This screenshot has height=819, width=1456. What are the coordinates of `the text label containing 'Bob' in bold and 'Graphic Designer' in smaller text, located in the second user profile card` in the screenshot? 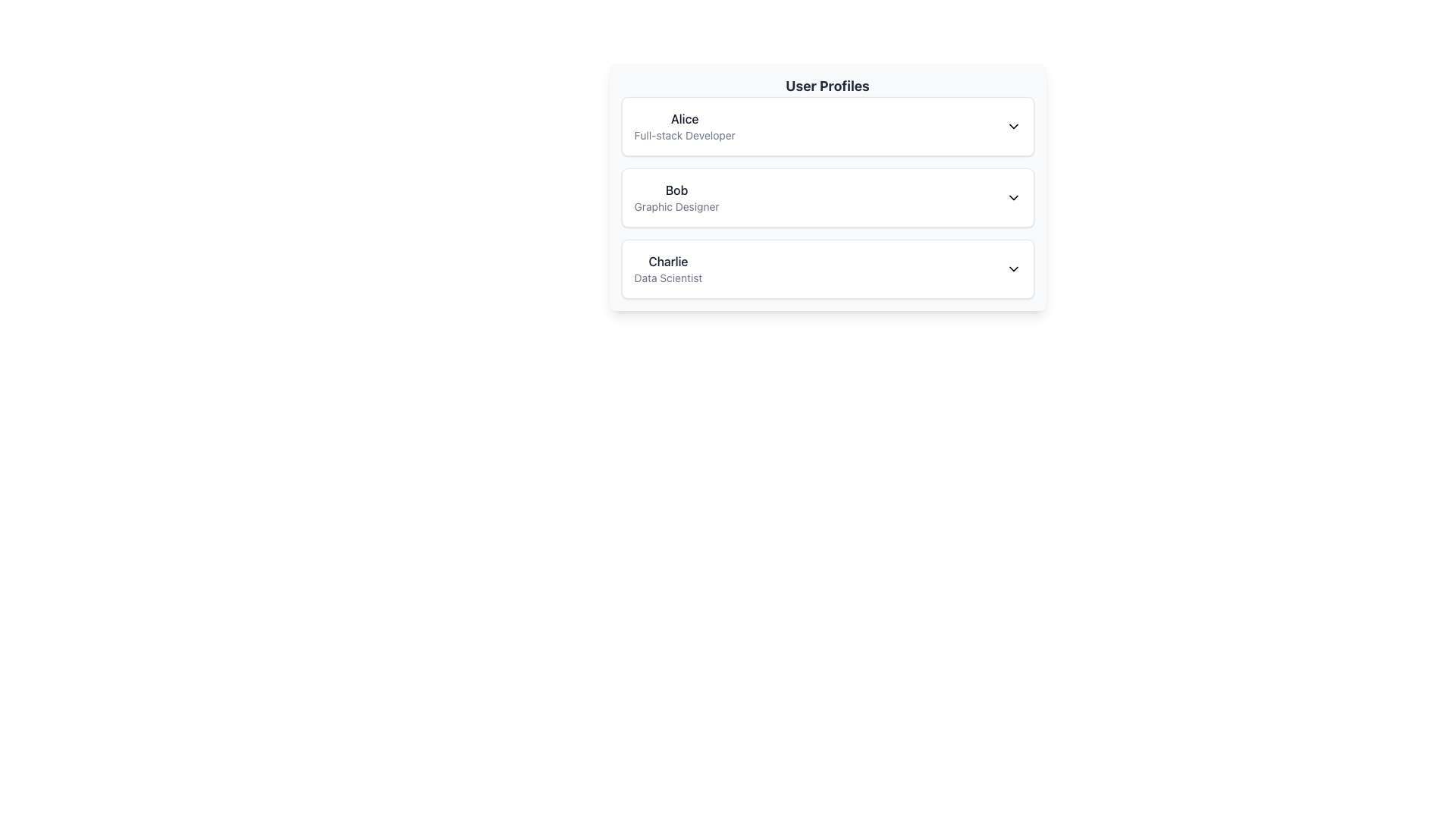 It's located at (676, 197).